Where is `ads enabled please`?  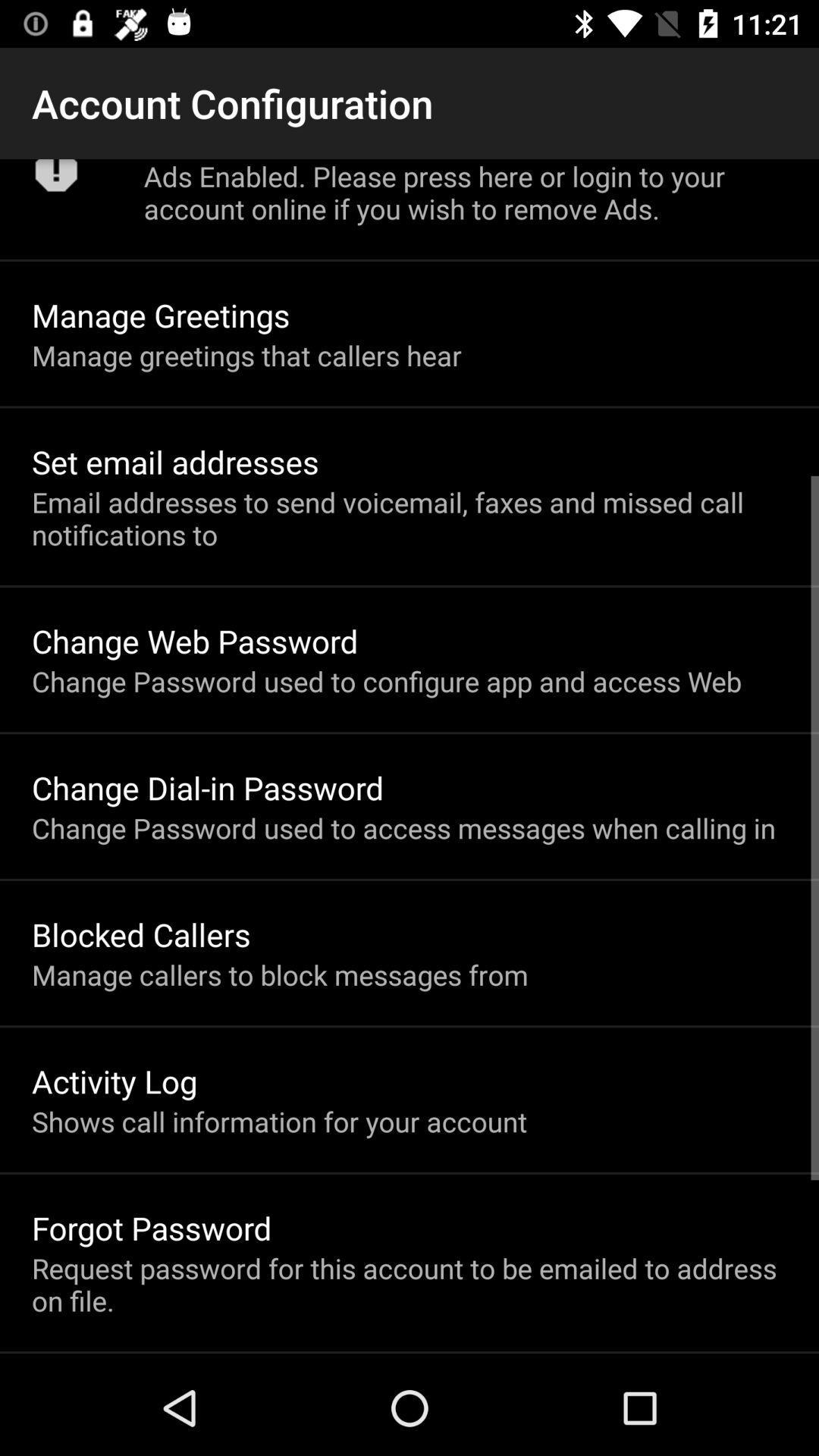
ads enabled please is located at coordinates (464, 192).